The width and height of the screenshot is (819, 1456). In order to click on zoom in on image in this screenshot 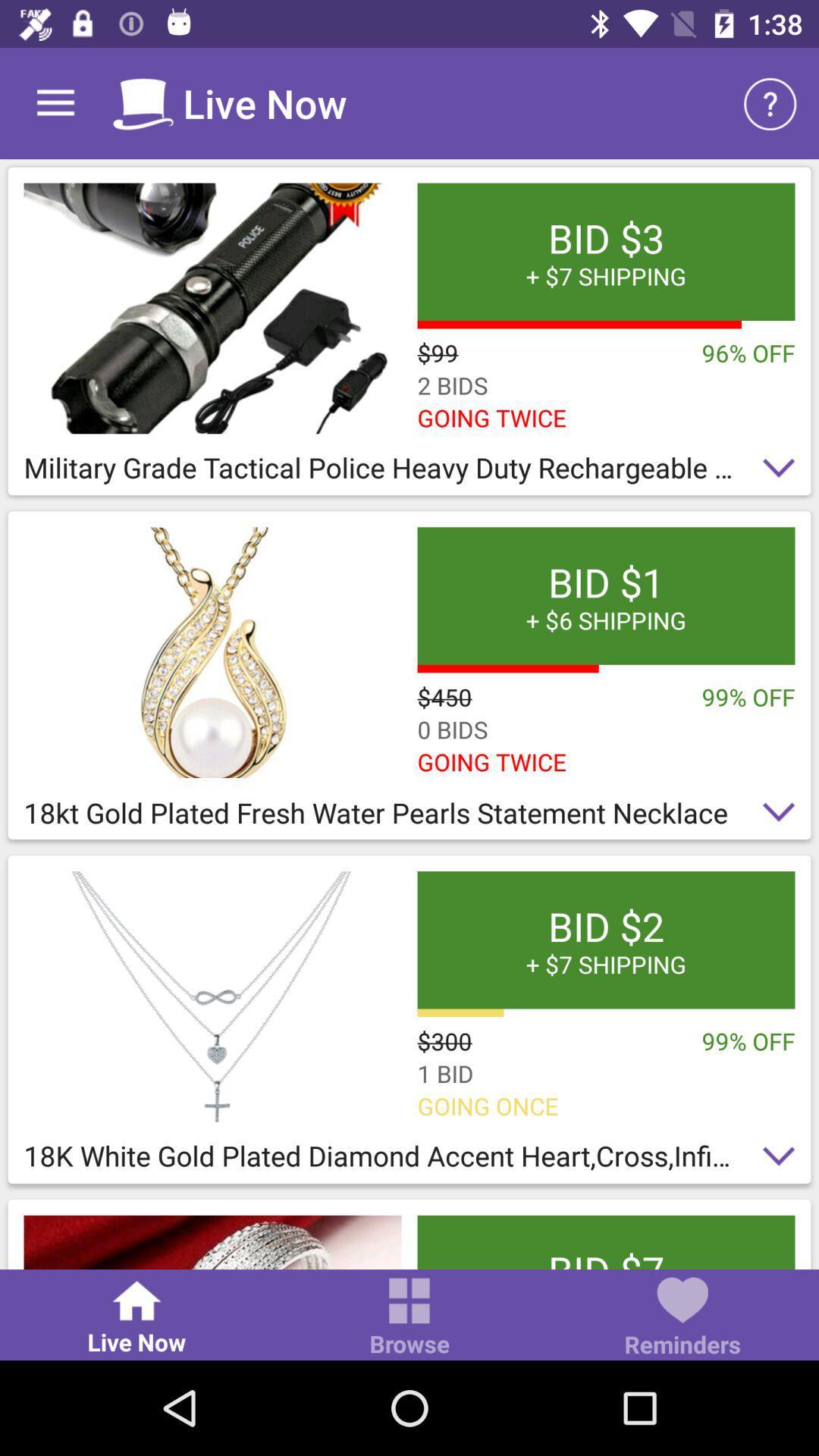, I will do `click(212, 996)`.